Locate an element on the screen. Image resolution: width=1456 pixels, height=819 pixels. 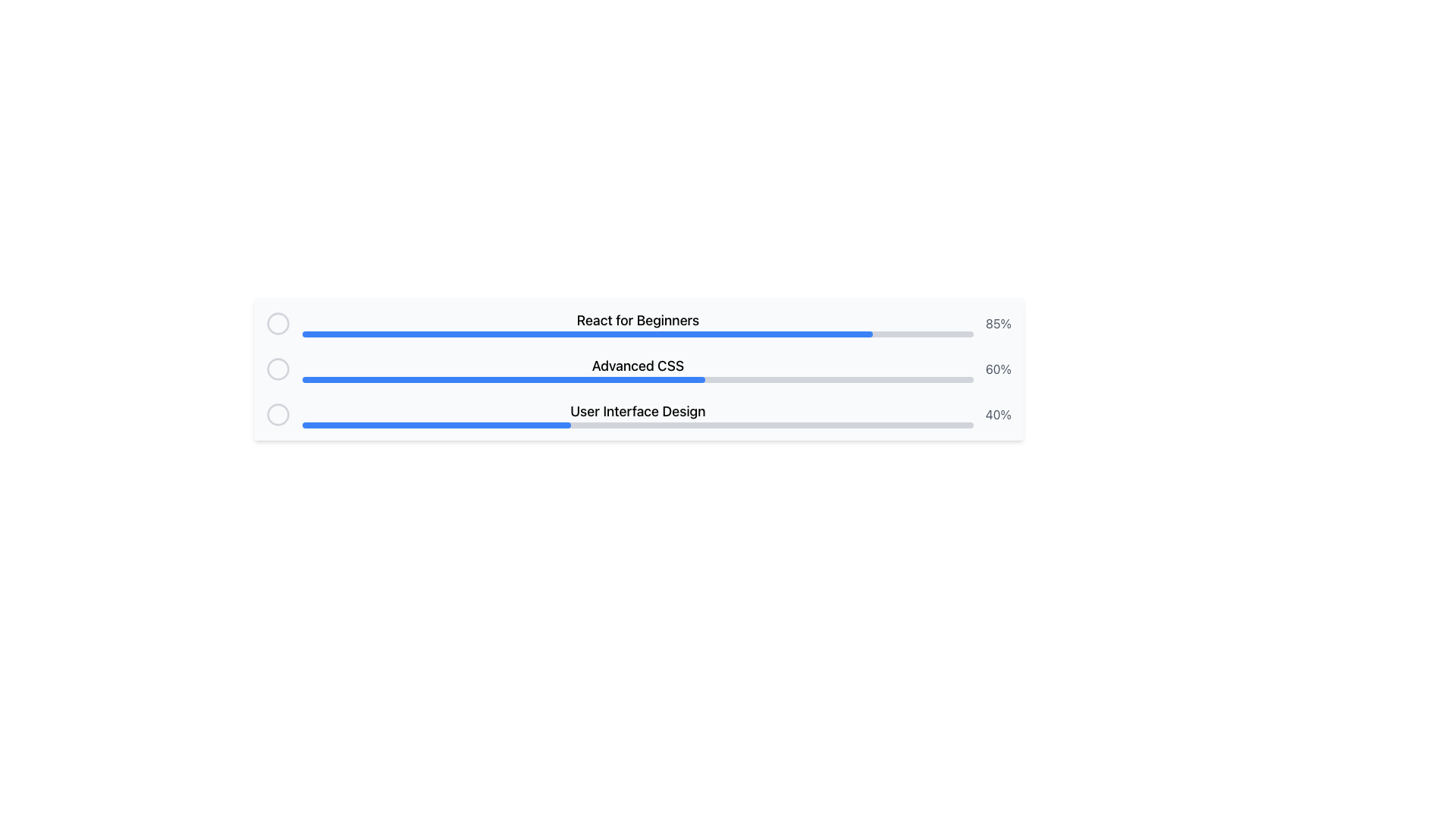
the progress bar titled 'Advanced CSS' to interact with its associated functionality is located at coordinates (639, 369).